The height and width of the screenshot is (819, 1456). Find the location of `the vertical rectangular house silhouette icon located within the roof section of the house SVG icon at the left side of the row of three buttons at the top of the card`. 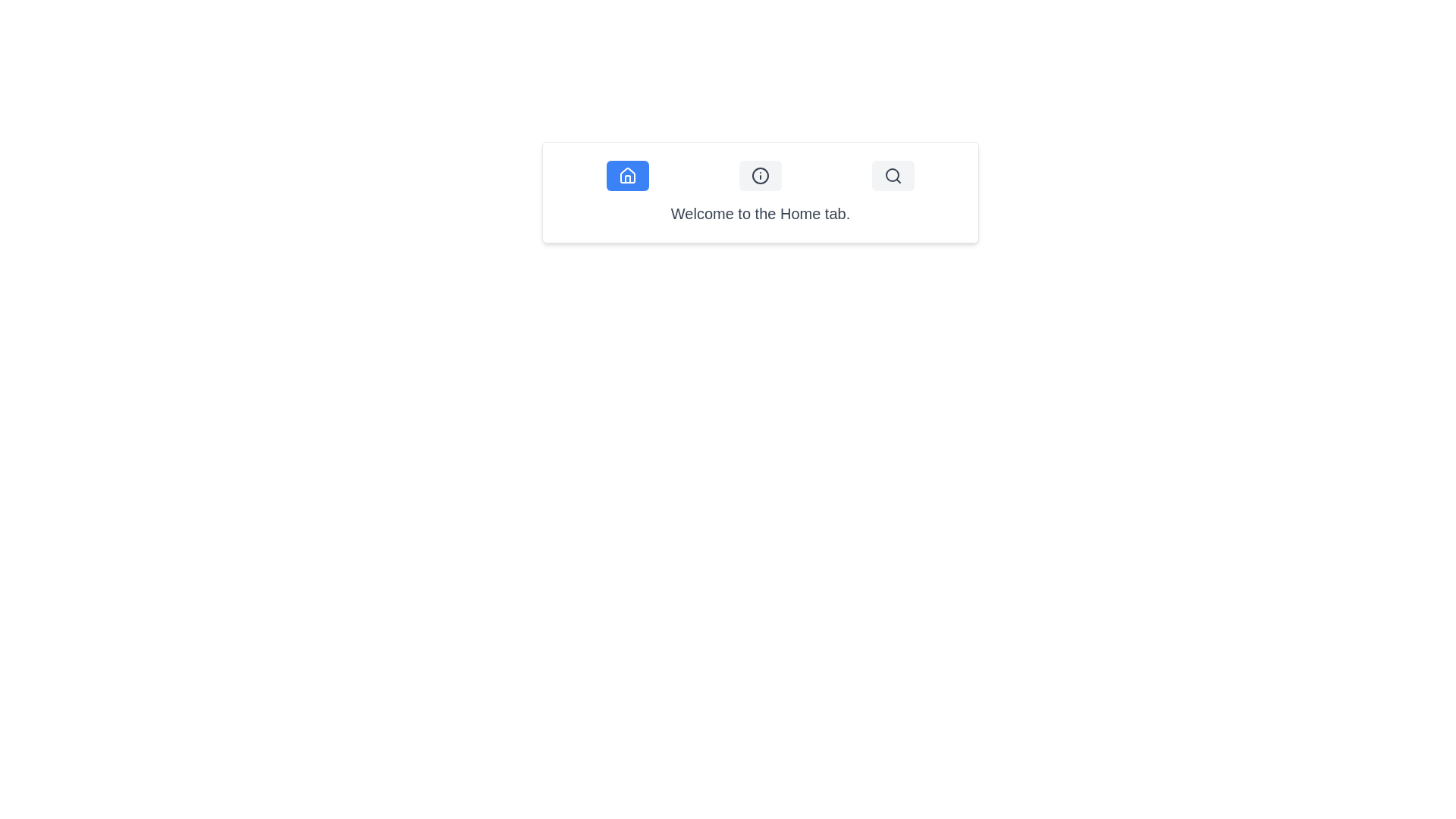

the vertical rectangular house silhouette icon located within the roof section of the house SVG icon at the left side of the row of three buttons at the top of the card is located at coordinates (627, 178).